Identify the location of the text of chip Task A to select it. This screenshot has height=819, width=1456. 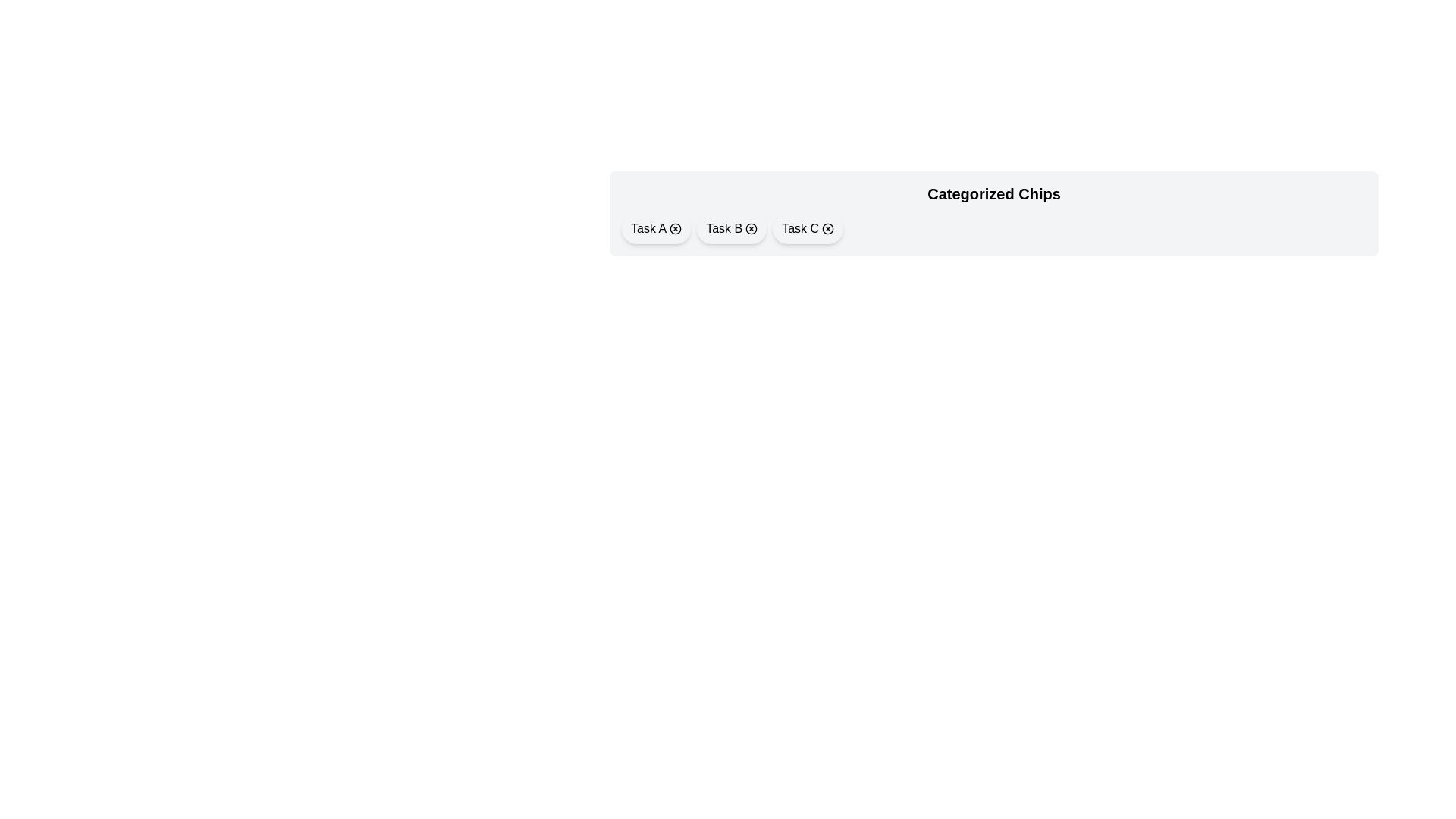
(648, 228).